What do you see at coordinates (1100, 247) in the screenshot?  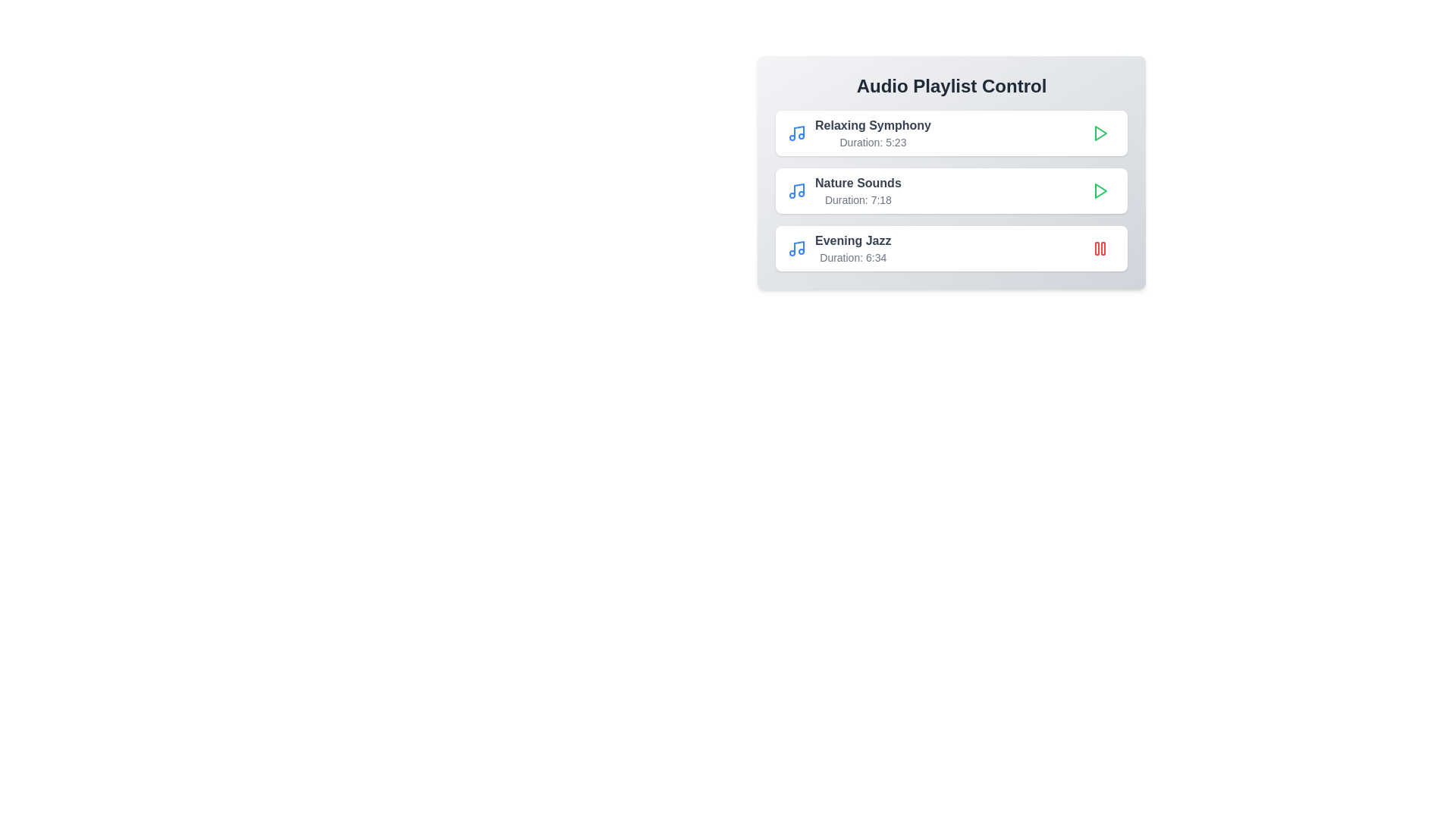 I see `the play/pause button for the track titled Evening Jazz` at bounding box center [1100, 247].